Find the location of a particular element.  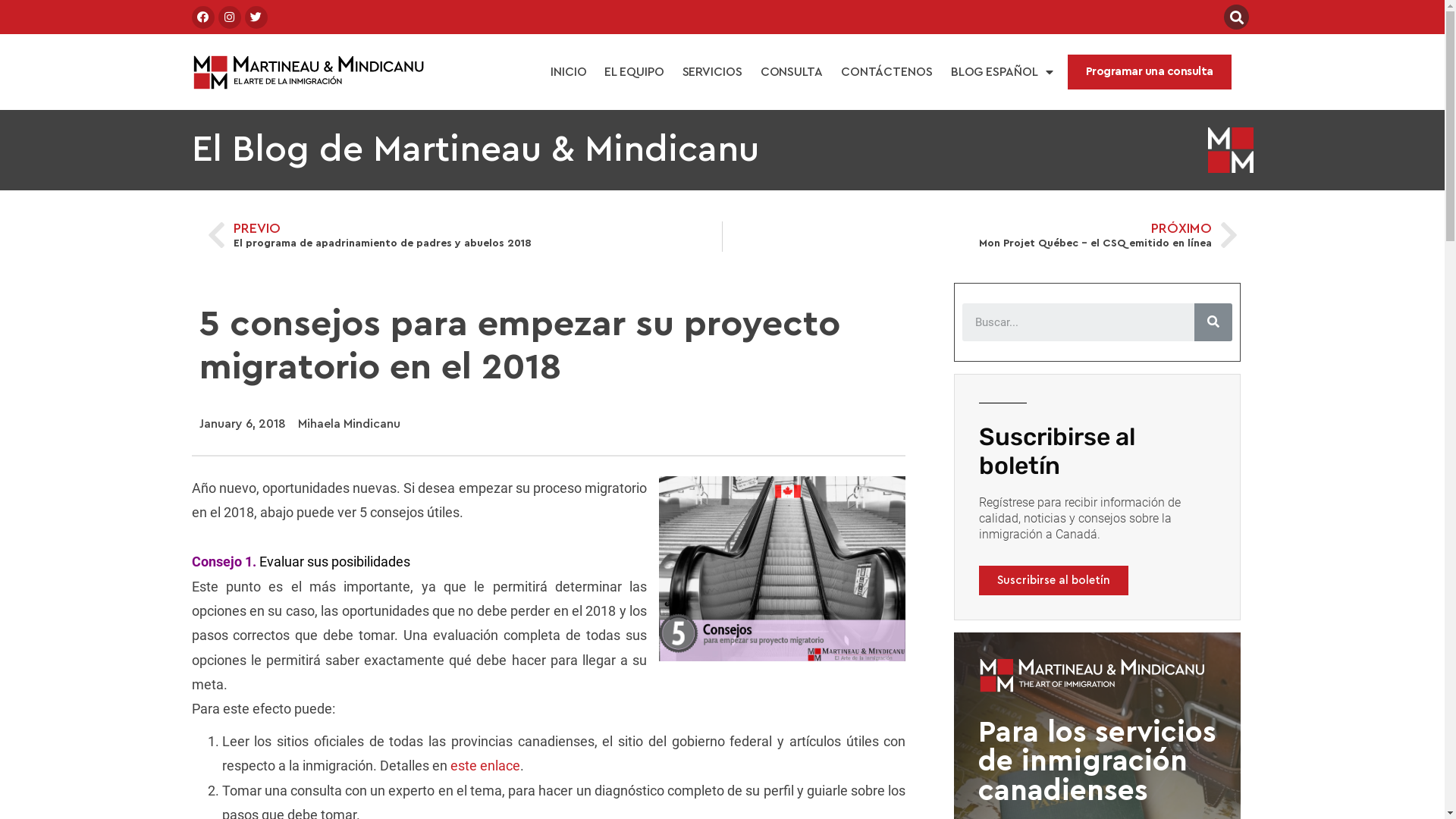

'CONSULTA' is located at coordinates (751, 72).